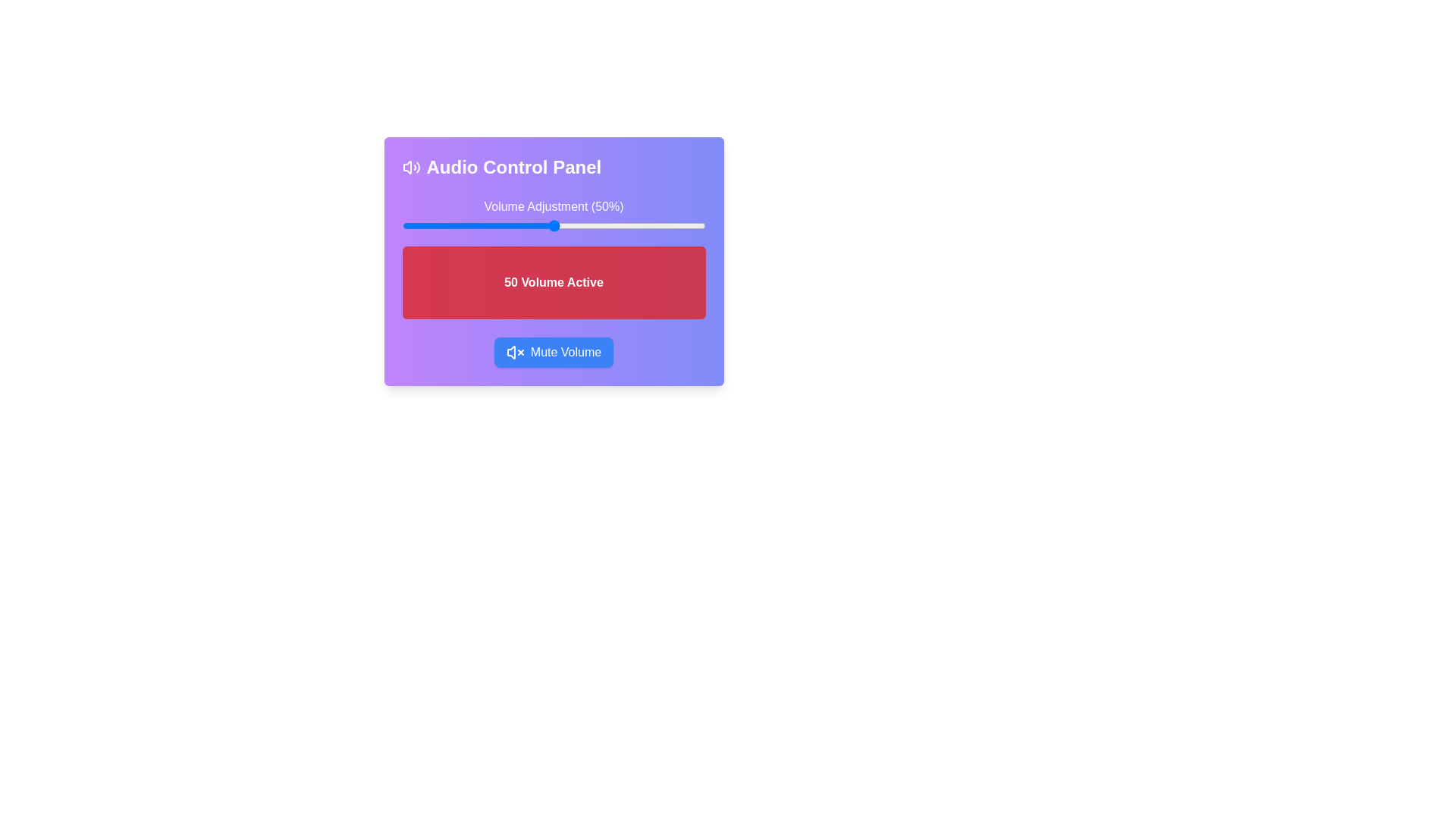  I want to click on 'Mute Volume' button, so click(552, 353).